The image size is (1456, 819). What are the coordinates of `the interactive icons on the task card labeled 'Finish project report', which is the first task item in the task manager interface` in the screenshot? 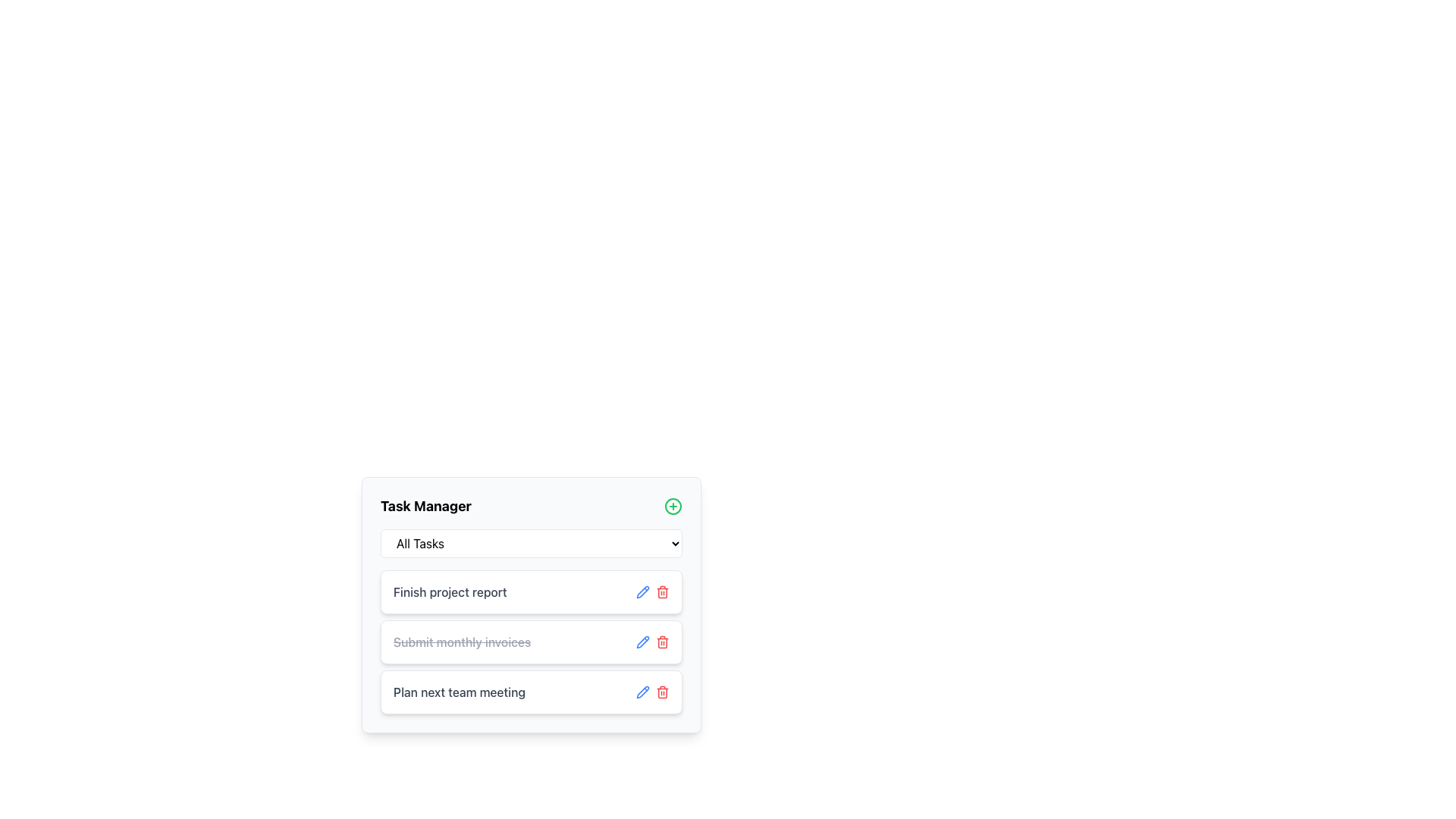 It's located at (531, 591).